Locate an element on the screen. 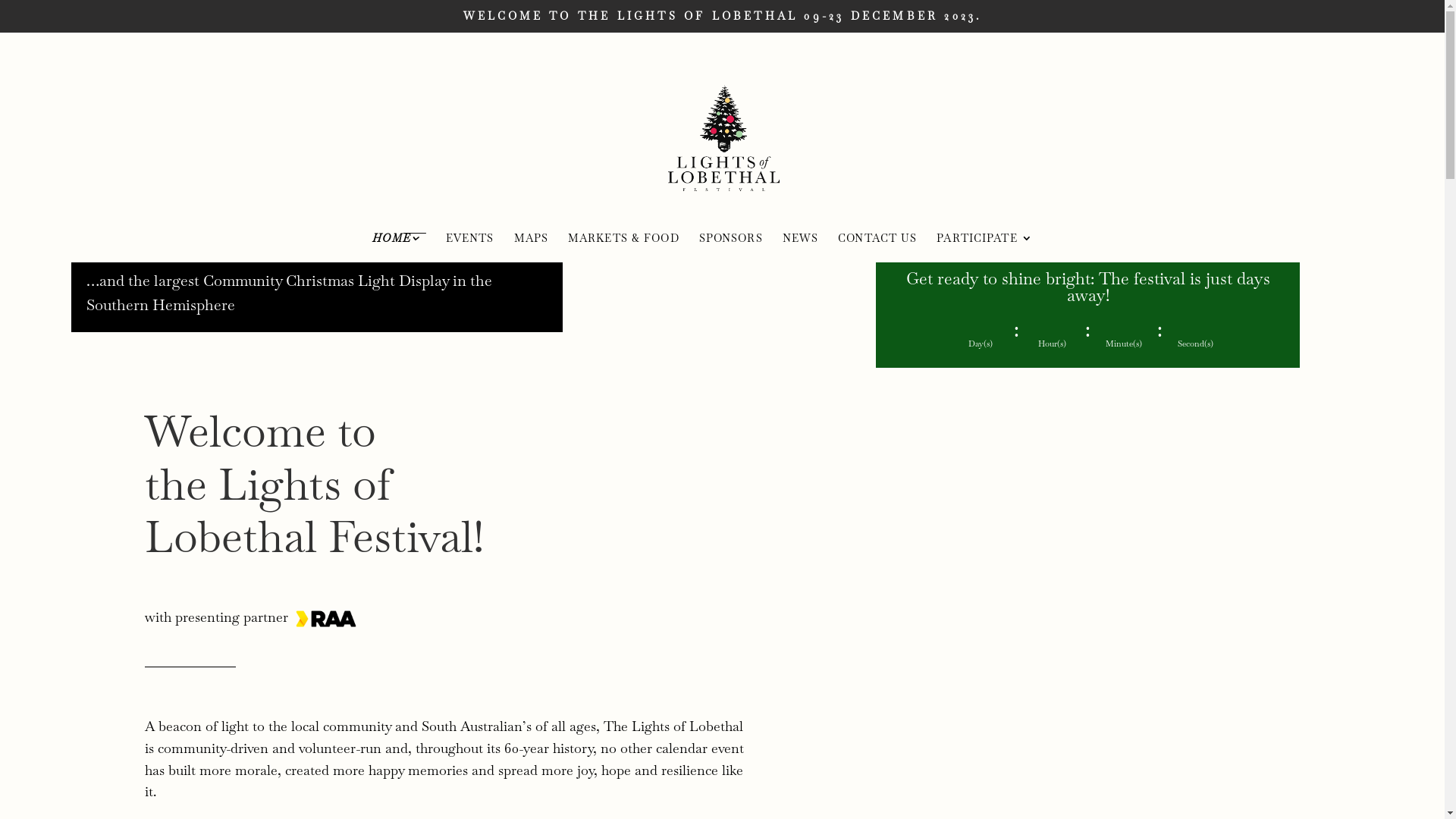  'EVENTS' is located at coordinates (469, 246).